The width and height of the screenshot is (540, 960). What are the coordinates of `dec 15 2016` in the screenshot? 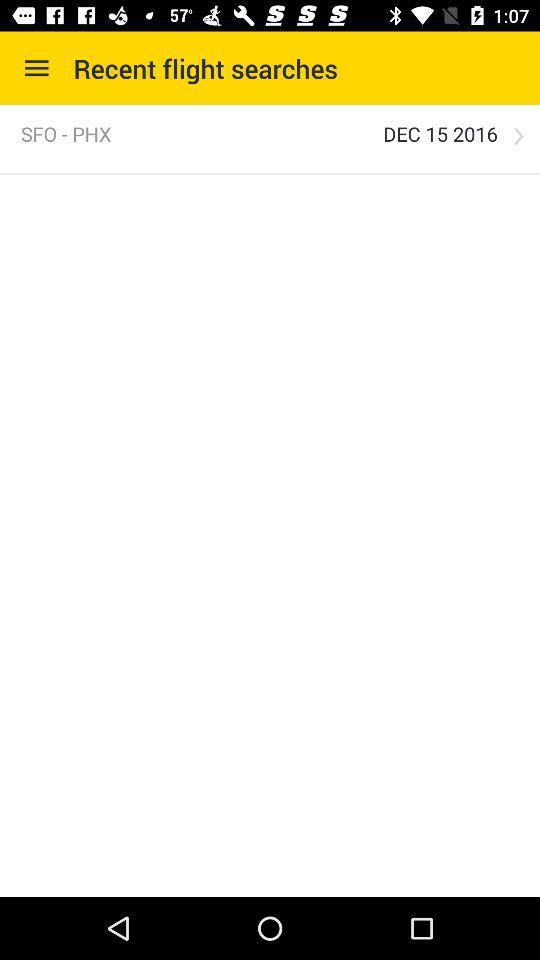 It's located at (440, 133).